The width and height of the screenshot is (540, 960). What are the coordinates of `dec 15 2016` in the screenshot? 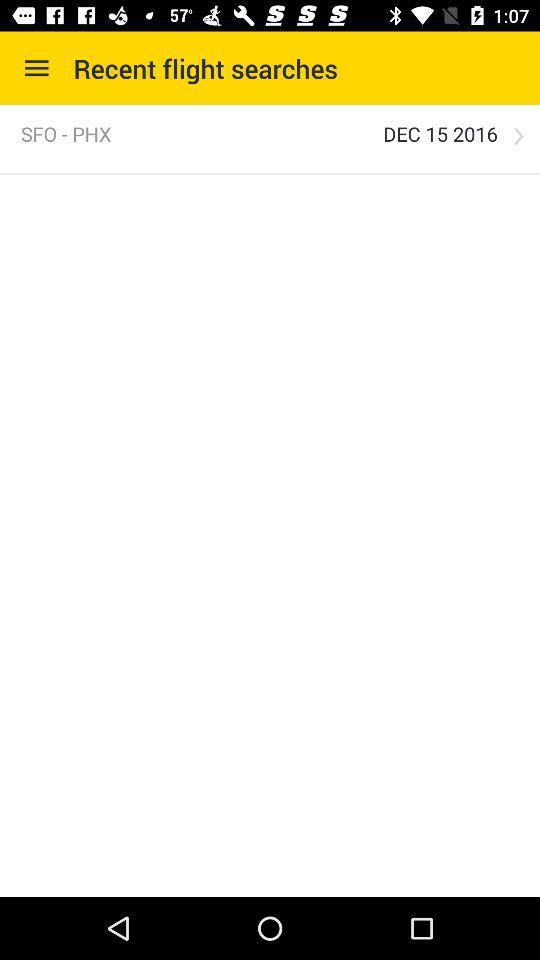 It's located at (440, 133).